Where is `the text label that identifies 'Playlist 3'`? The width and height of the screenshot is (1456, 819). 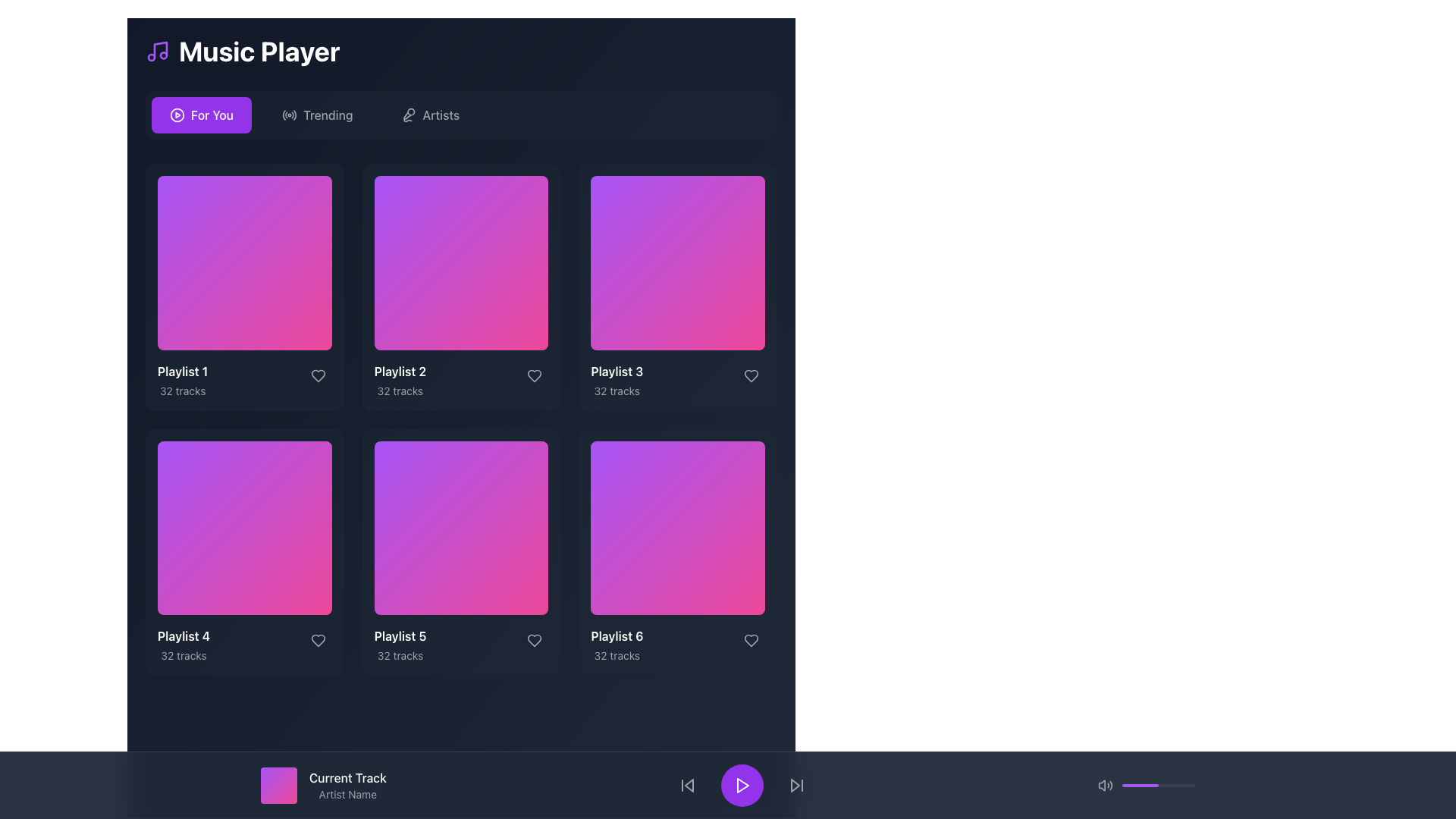 the text label that identifies 'Playlist 3' is located at coordinates (617, 371).